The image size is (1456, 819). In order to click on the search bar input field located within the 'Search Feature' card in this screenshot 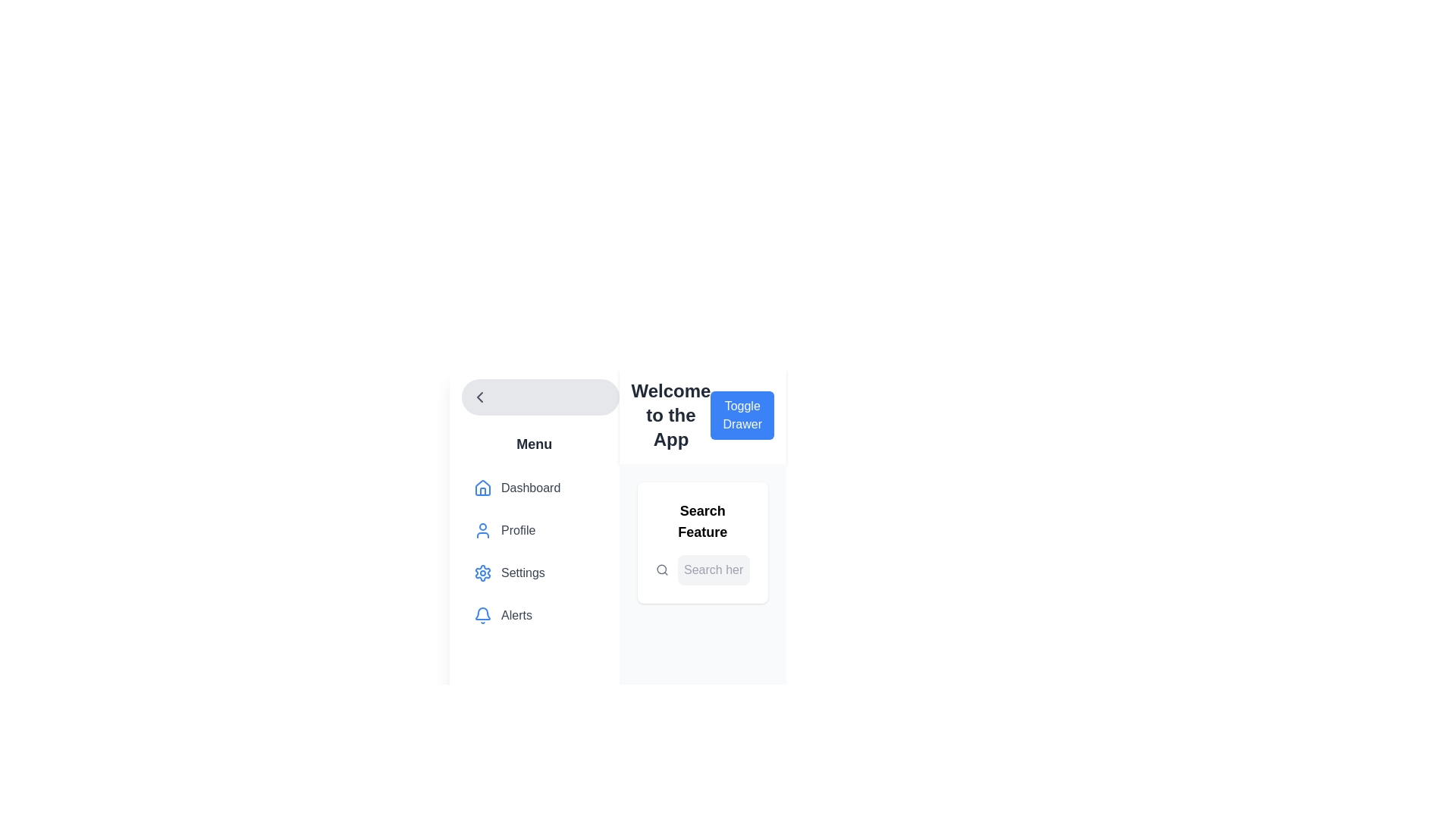, I will do `click(701, 570)`.